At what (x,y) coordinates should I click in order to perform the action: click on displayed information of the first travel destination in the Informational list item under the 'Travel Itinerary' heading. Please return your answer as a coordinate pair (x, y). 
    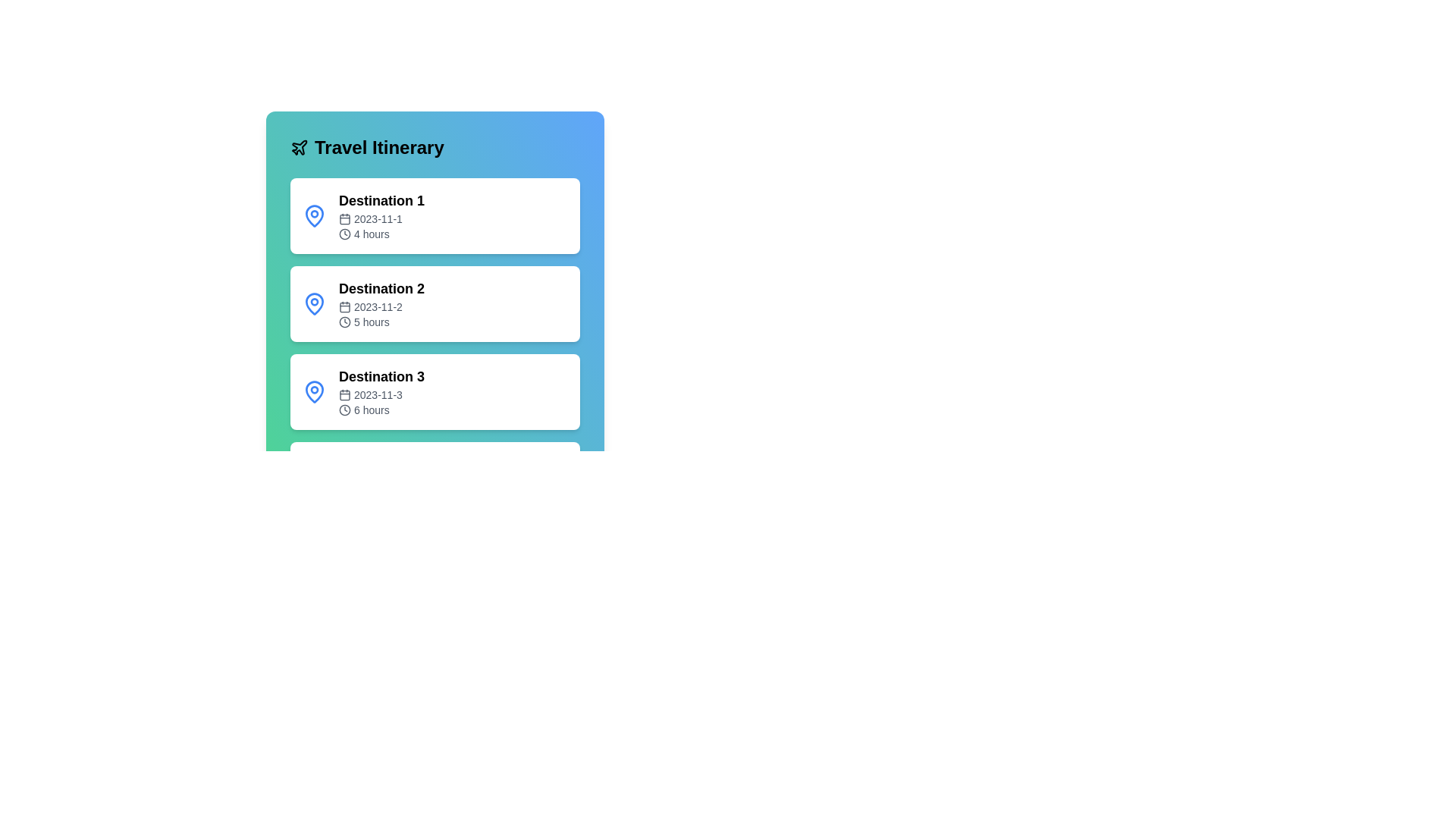
    Looking at the image, I should click on (381, 216).